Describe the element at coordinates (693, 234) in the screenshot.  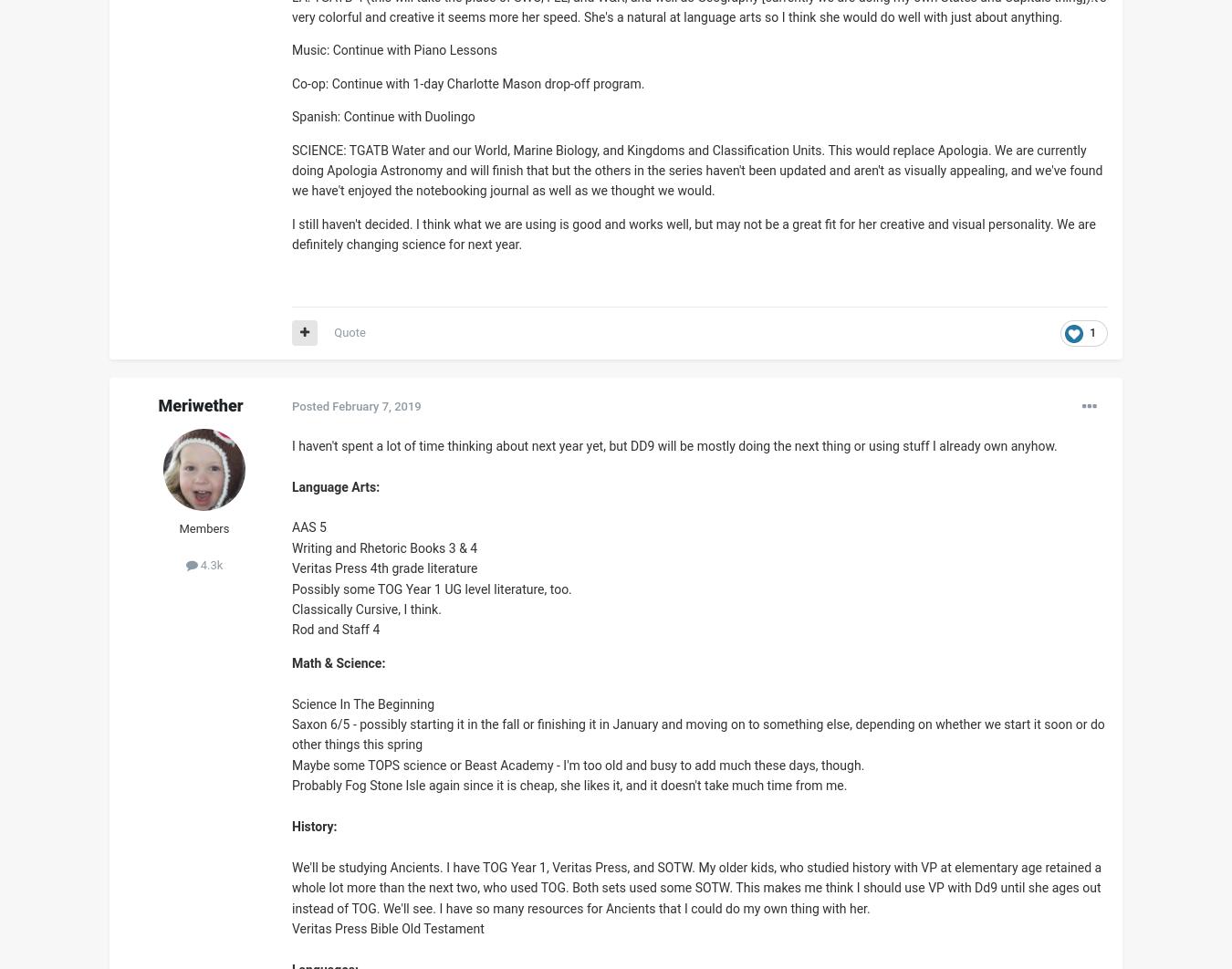
I see `'I still haven't decided. I think what we are using is good and works well, but may not be a great fit for her creative and visual personality. We are definitely changing science for next year.'` at that location.